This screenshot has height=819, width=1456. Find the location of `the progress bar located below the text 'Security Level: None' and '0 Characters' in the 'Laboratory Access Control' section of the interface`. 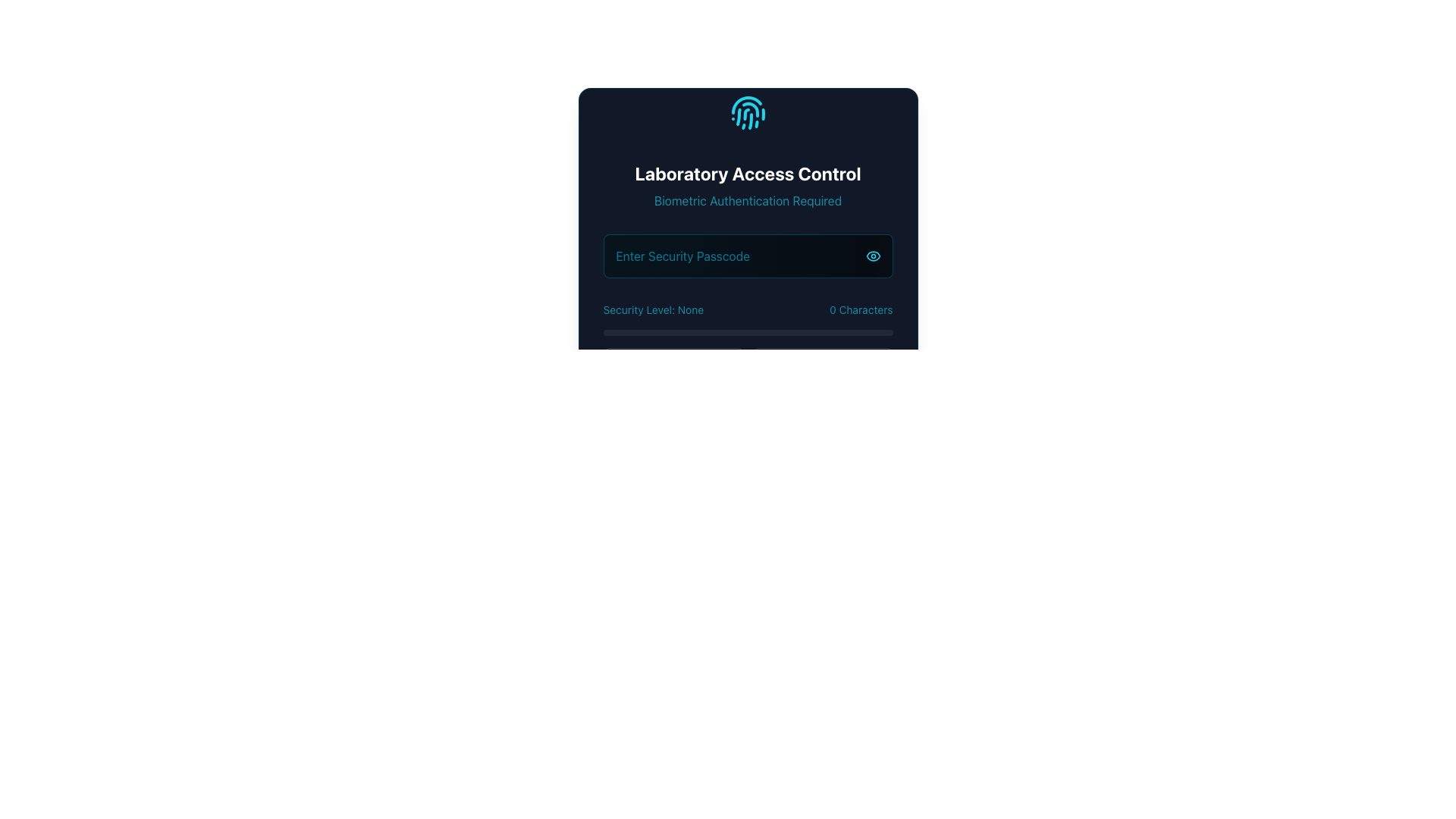

the progress bar located below the text 'Security Level: None' and '0 Characters' in the 'Laboratory Access Control' section of the interface is located at coordinates (748, 332).